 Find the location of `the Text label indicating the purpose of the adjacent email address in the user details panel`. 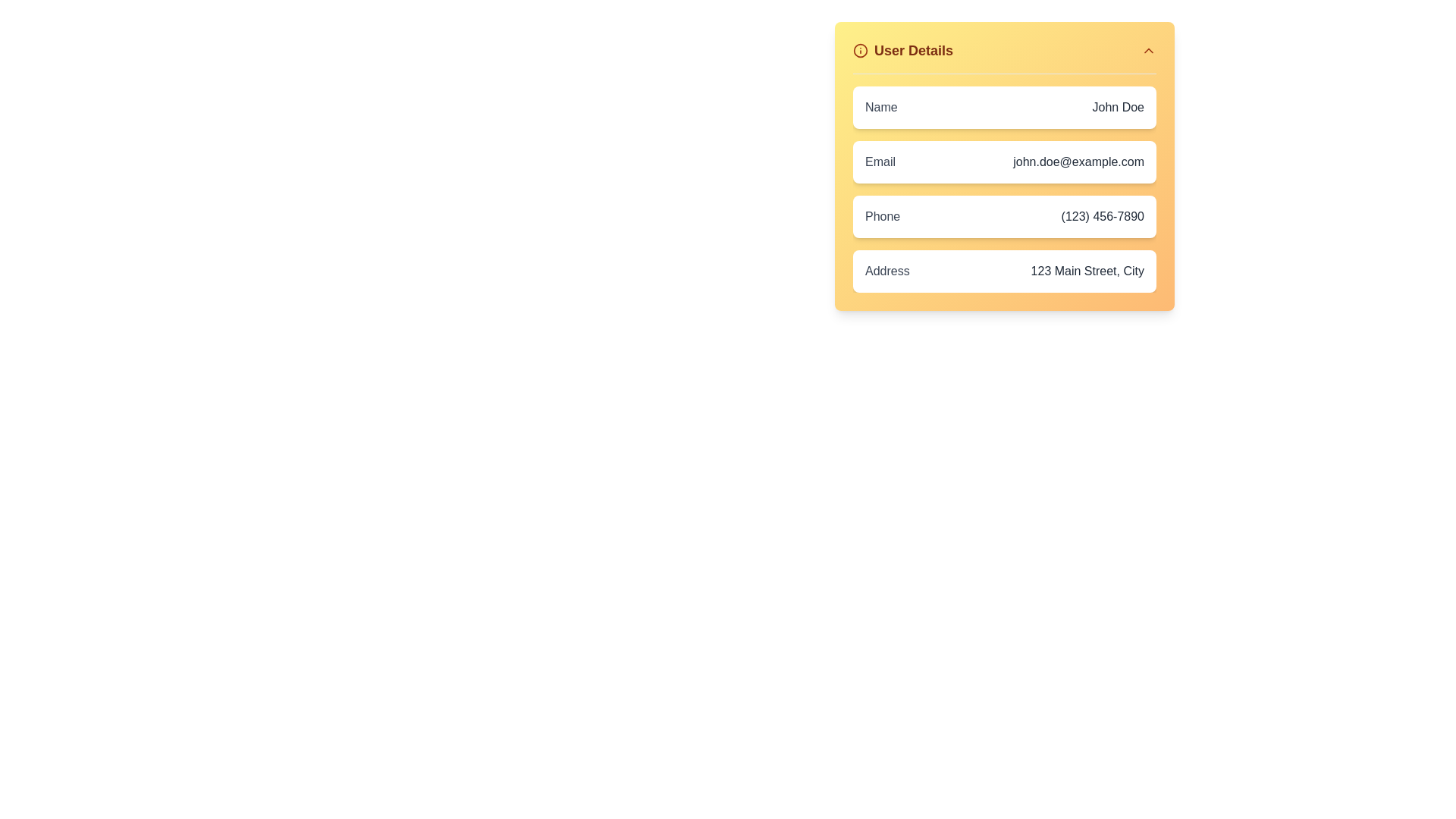

the Text label indicating the purpose of the adjacent email address in the user details panel is located at coordinates (880, 162).